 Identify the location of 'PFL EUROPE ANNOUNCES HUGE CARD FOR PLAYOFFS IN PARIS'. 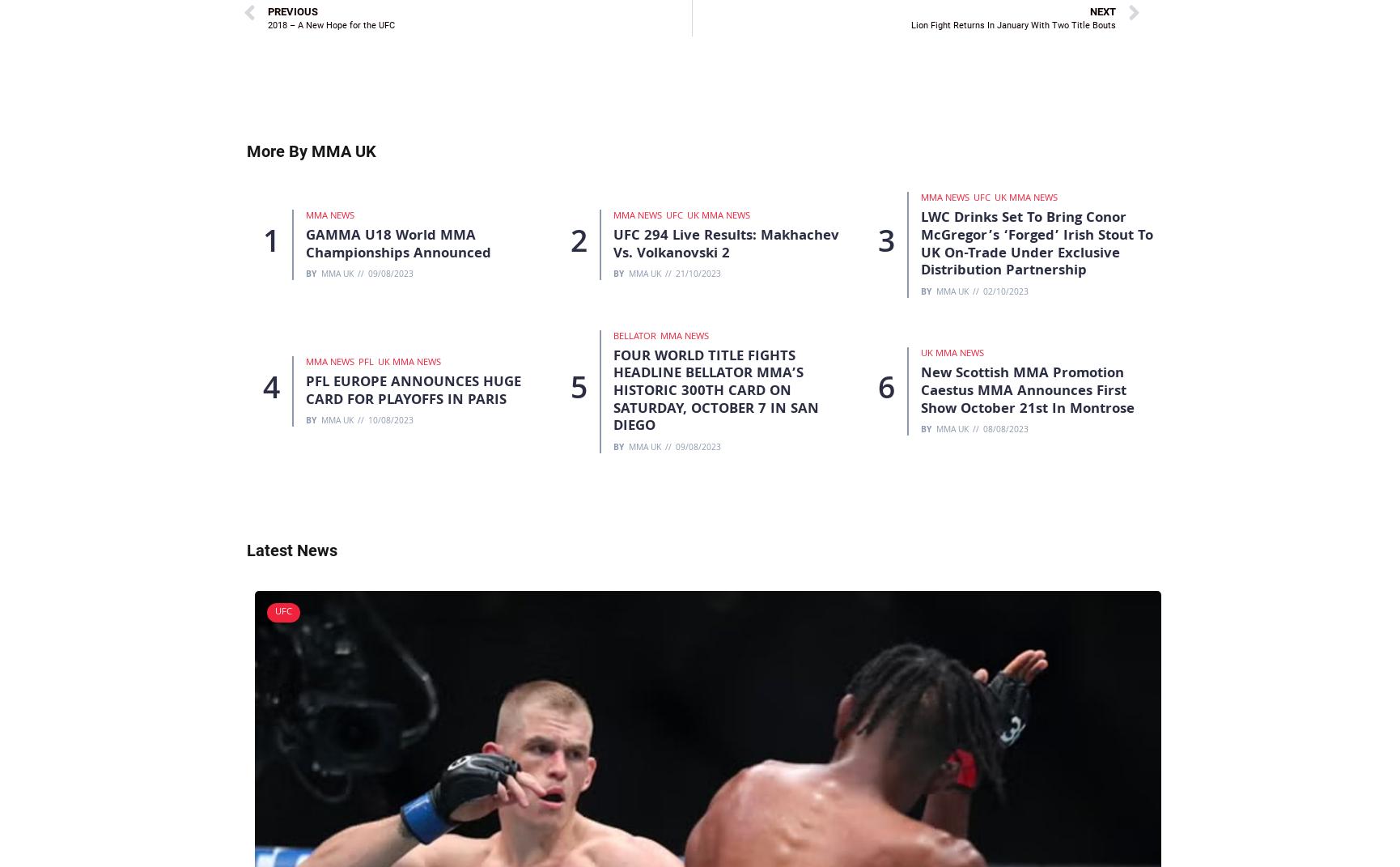
(413, 390).